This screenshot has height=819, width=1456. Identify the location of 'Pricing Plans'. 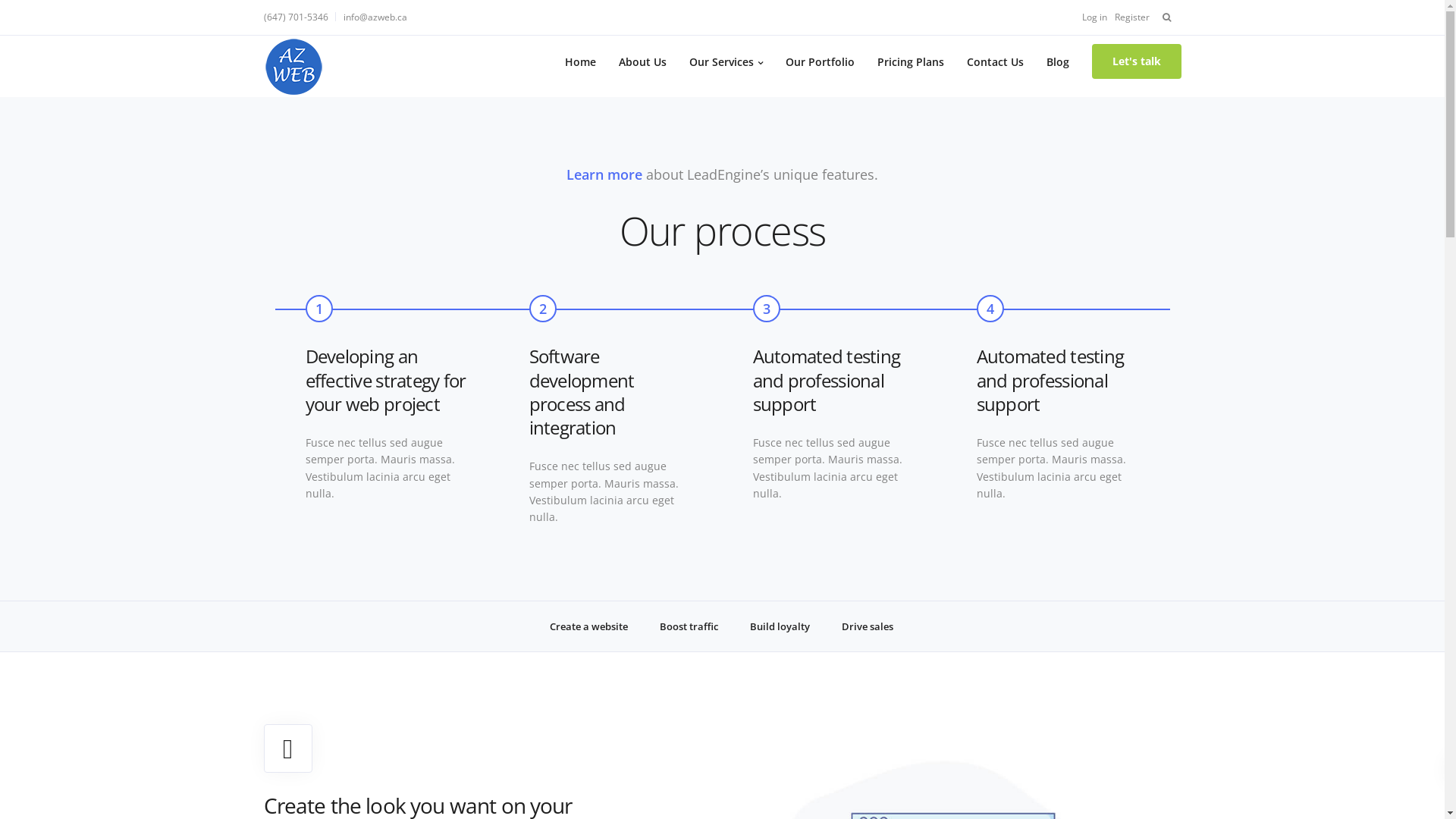
(910, 61).